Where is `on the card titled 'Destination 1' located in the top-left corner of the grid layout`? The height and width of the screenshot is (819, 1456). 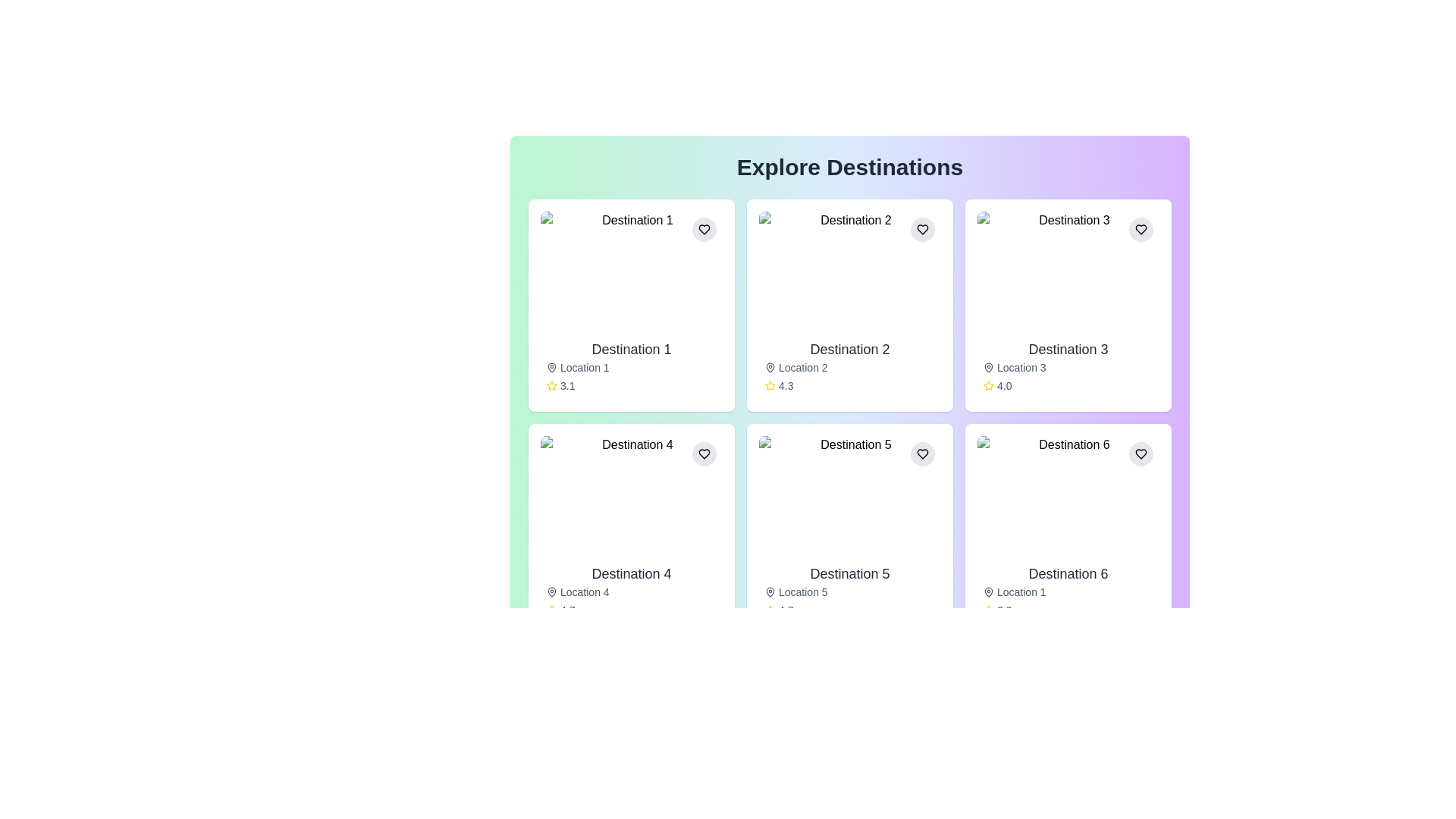 on the card titled 'Destination 1' located in the top-left corner of the grid layout is located at coordinates (632, 305).